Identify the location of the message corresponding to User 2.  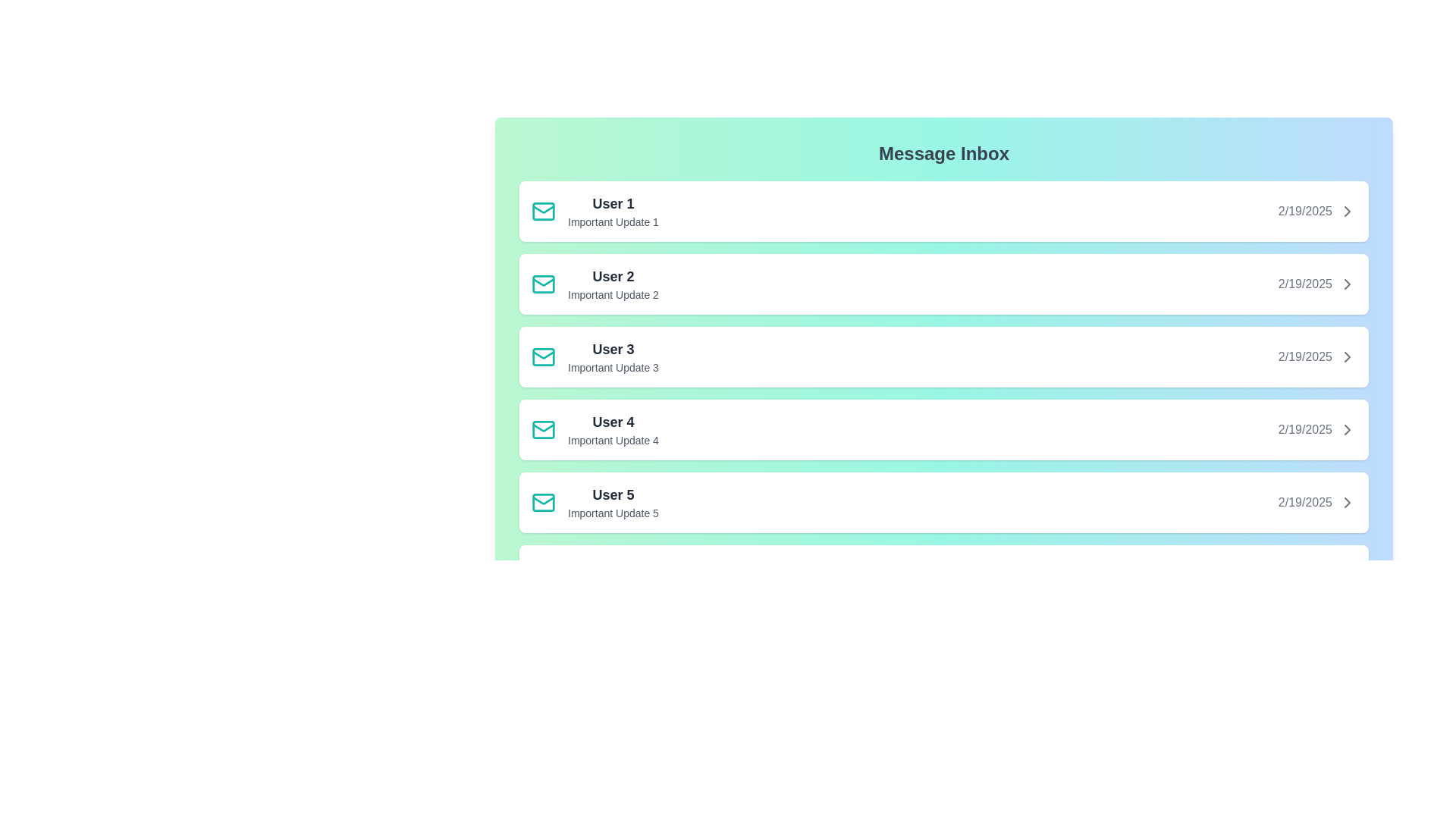
(943, 284).